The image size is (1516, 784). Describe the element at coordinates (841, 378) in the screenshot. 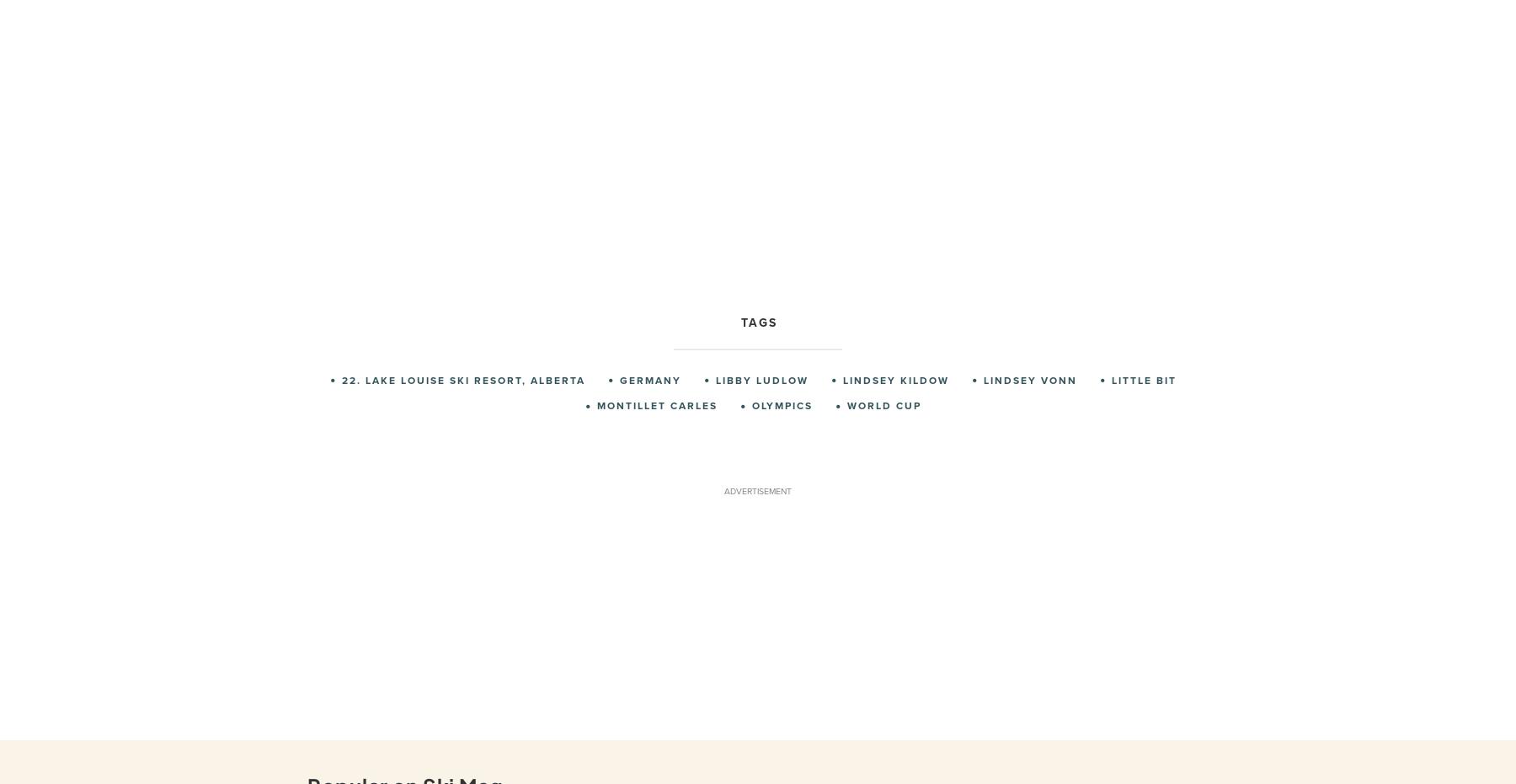

I see `'lindsey kildow'` at that location.